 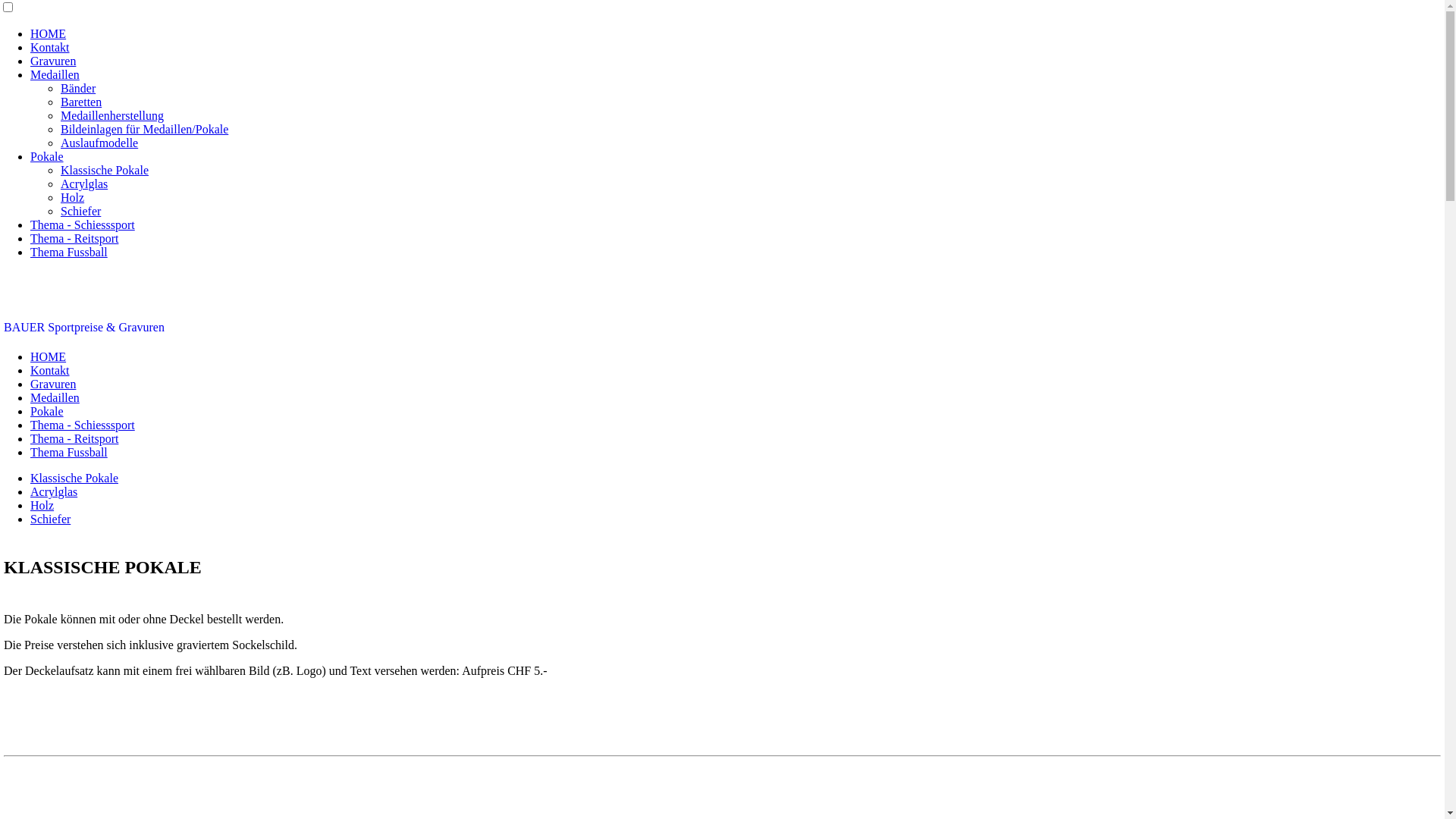 What do you see at coordinates (73, 438) in the screenshot?
I see `'Thema - Reitsport'` at bounding box center [73, 438].